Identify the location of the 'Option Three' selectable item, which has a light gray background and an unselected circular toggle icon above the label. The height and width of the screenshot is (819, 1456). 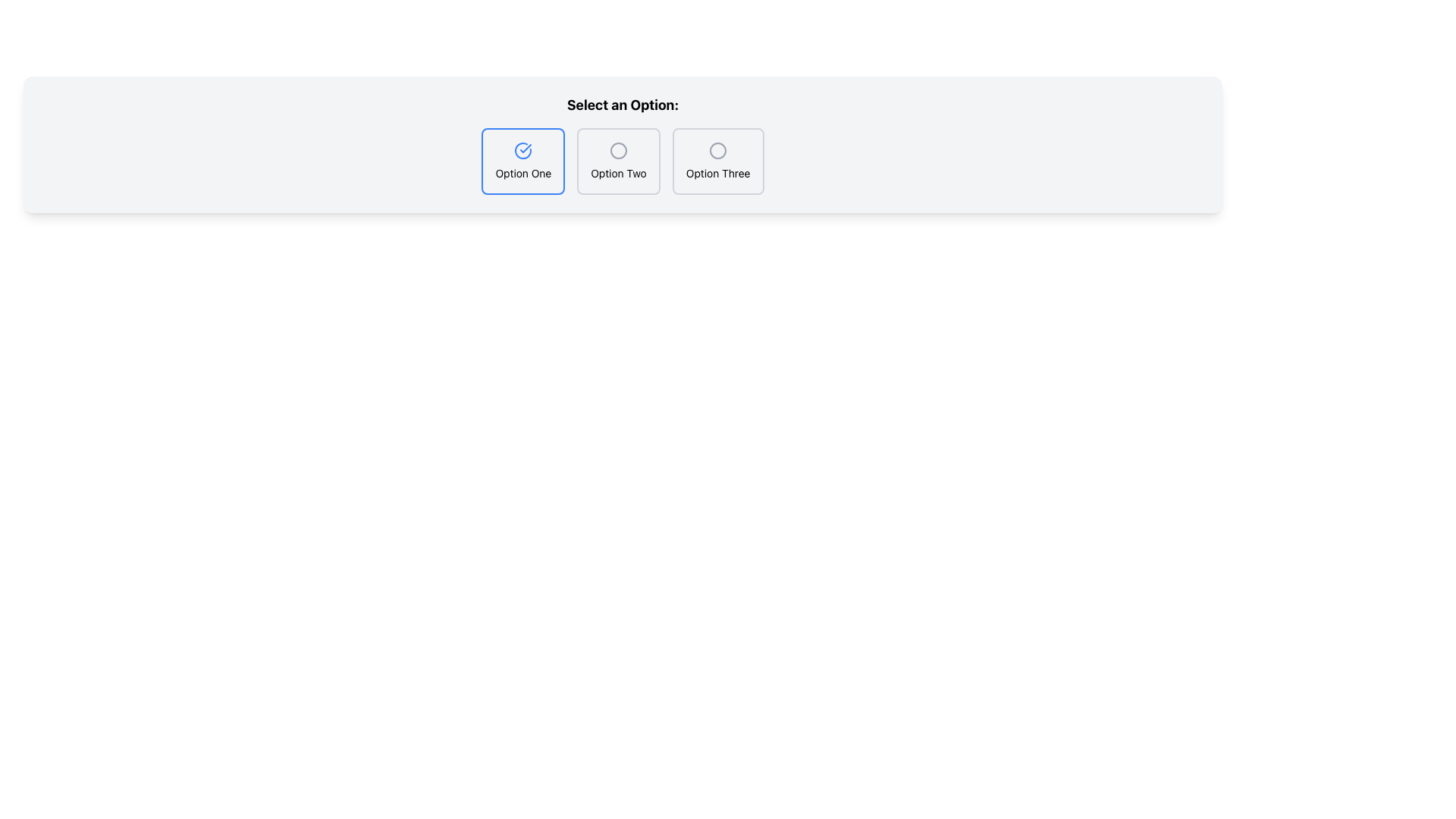
(717, 161).